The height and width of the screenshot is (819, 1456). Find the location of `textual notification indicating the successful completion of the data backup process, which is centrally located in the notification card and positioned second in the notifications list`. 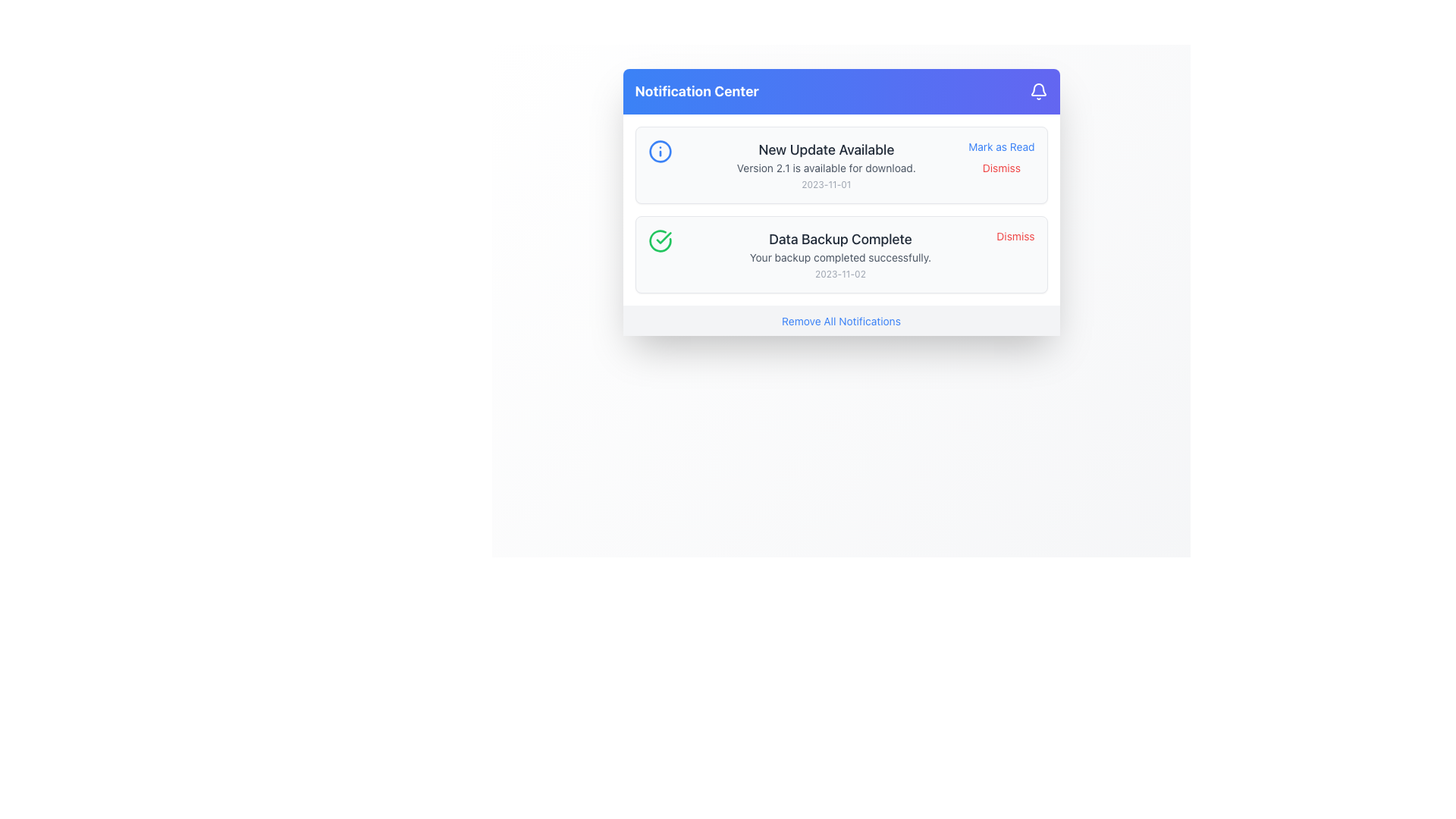

textual notification indicating the successful completion of the data backup process, which is centrally located in the notification card and positioned second in the notifications list is located at coordinates (839, 253).